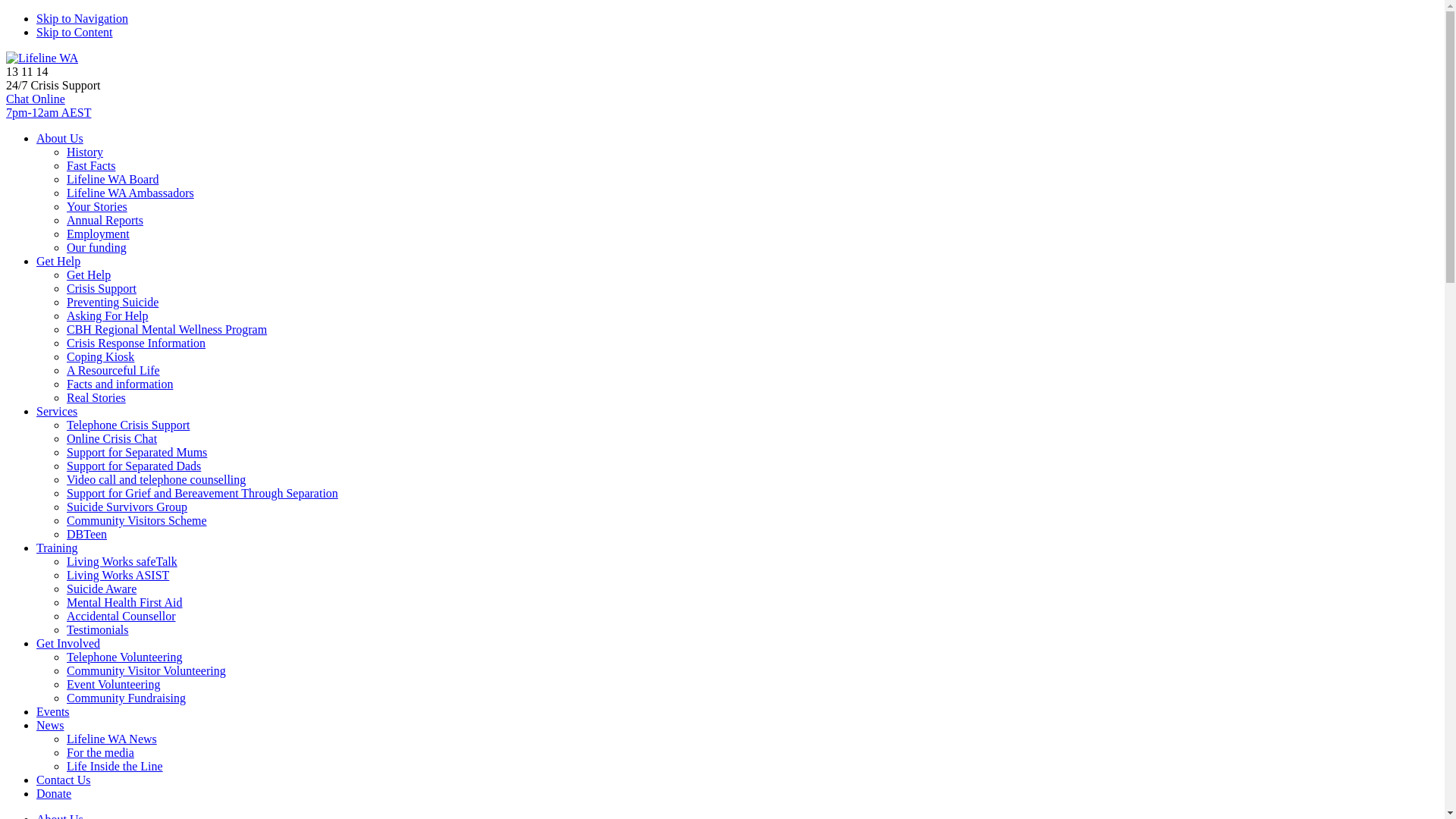  Describe the element at coordinates (101, 288) in the screenshot. I see `'Crisis Support'` at that location.